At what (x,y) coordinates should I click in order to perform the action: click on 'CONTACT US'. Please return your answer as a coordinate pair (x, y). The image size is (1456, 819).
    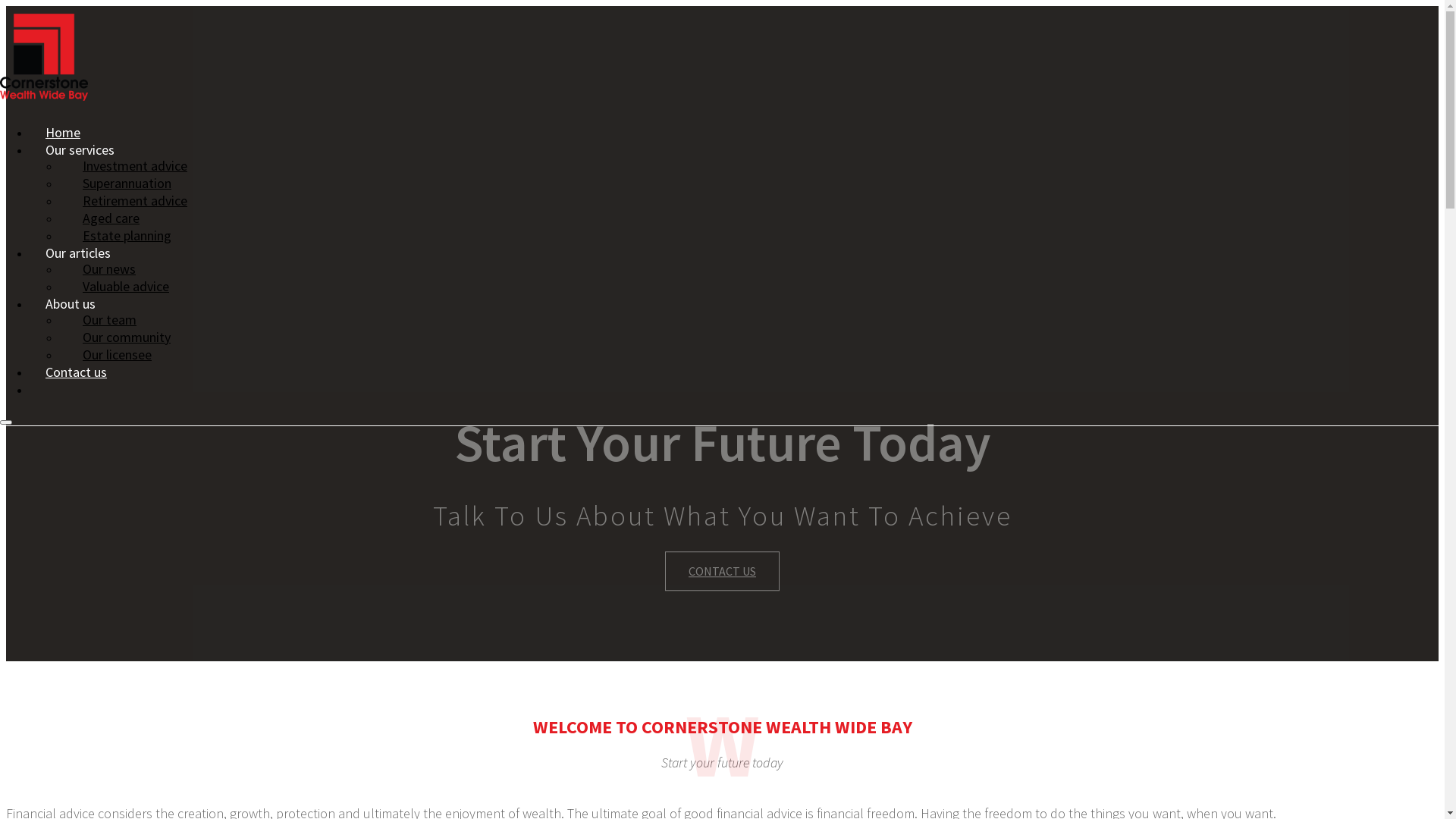
    Looking at the image, I should click on (721, 570).